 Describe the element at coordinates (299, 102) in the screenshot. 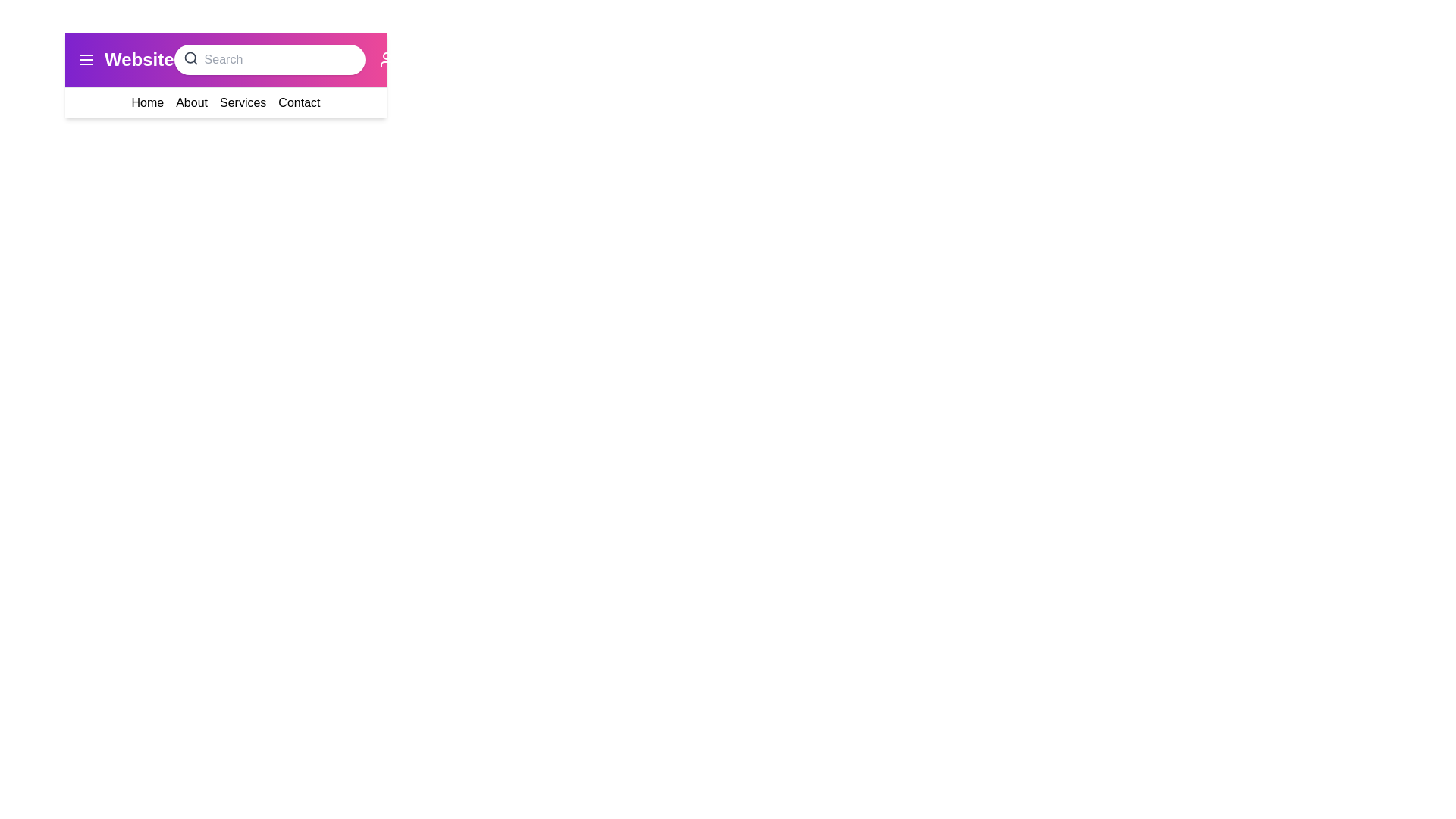

I see `the menu item Contact` at that location.